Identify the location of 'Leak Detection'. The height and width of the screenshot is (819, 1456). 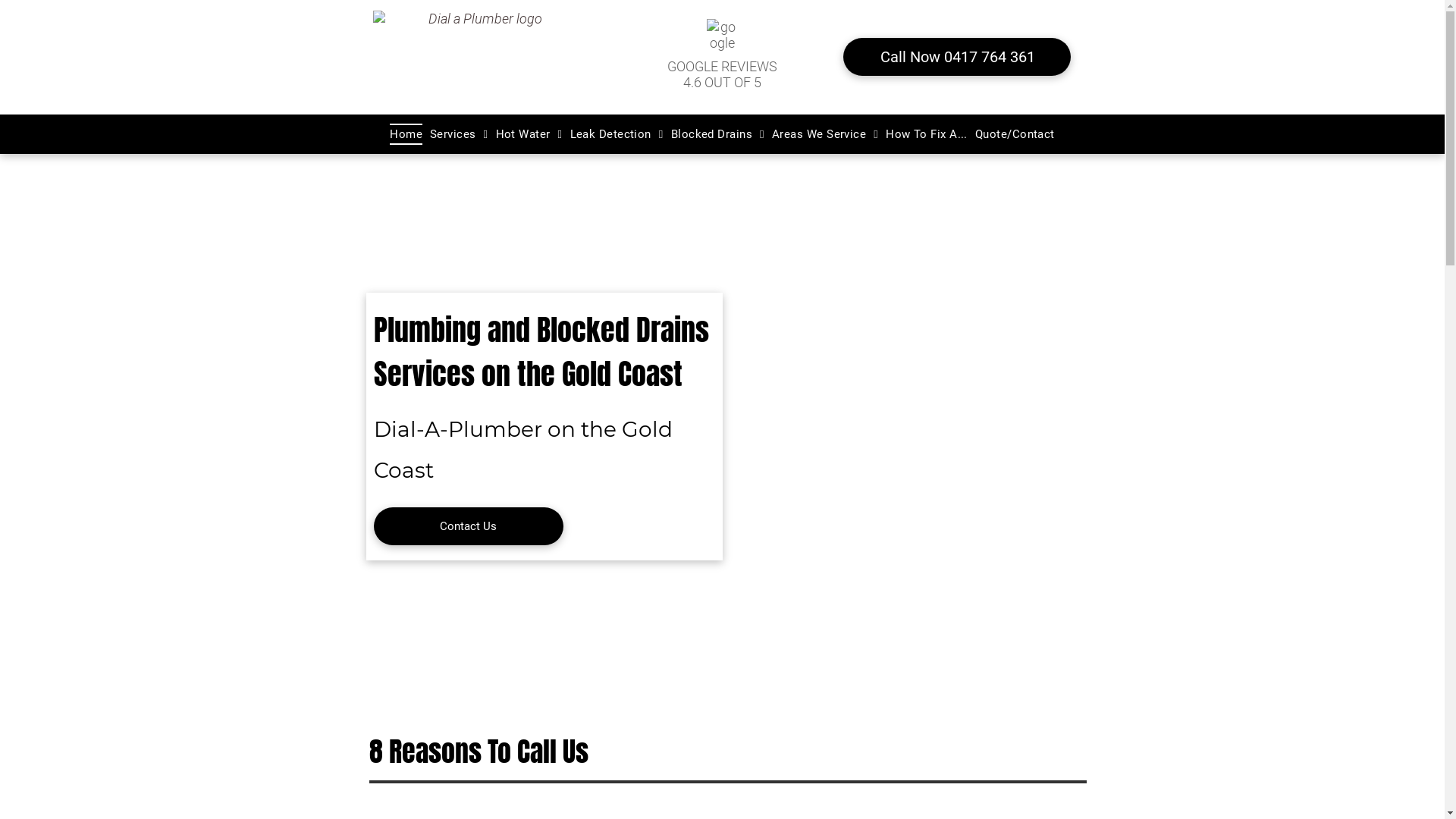
(617, 133).